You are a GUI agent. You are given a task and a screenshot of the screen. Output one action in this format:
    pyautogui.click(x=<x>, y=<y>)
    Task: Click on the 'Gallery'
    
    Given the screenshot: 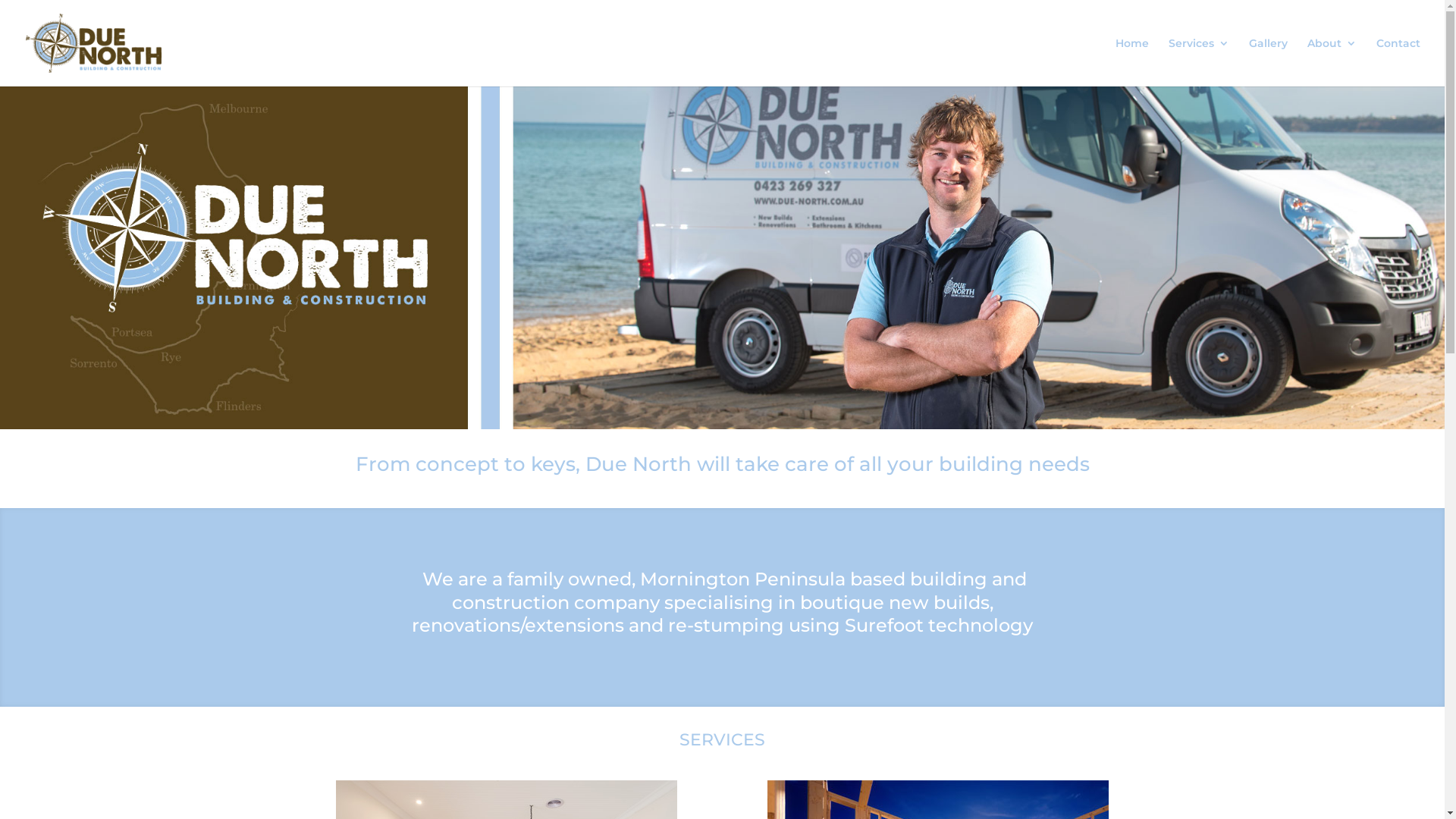 What is the action you would take?
    pyautogui.click(x=1268, y=61)
    